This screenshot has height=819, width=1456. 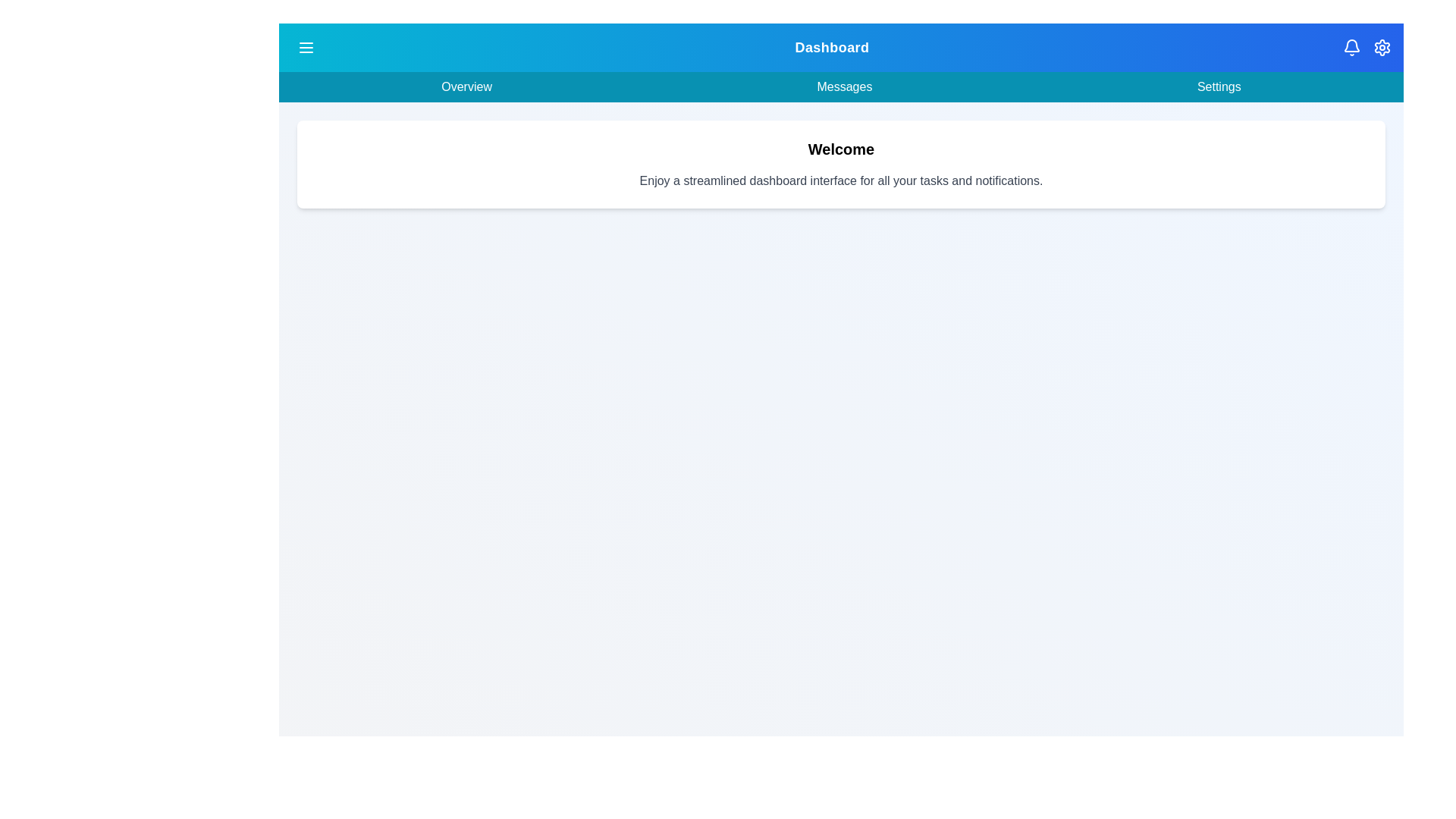 What do you see at coordinates (1351, 46) in the screenshot?
I see `the notifications_icon to inspect its behavior` at bounding box center [1351, 46].